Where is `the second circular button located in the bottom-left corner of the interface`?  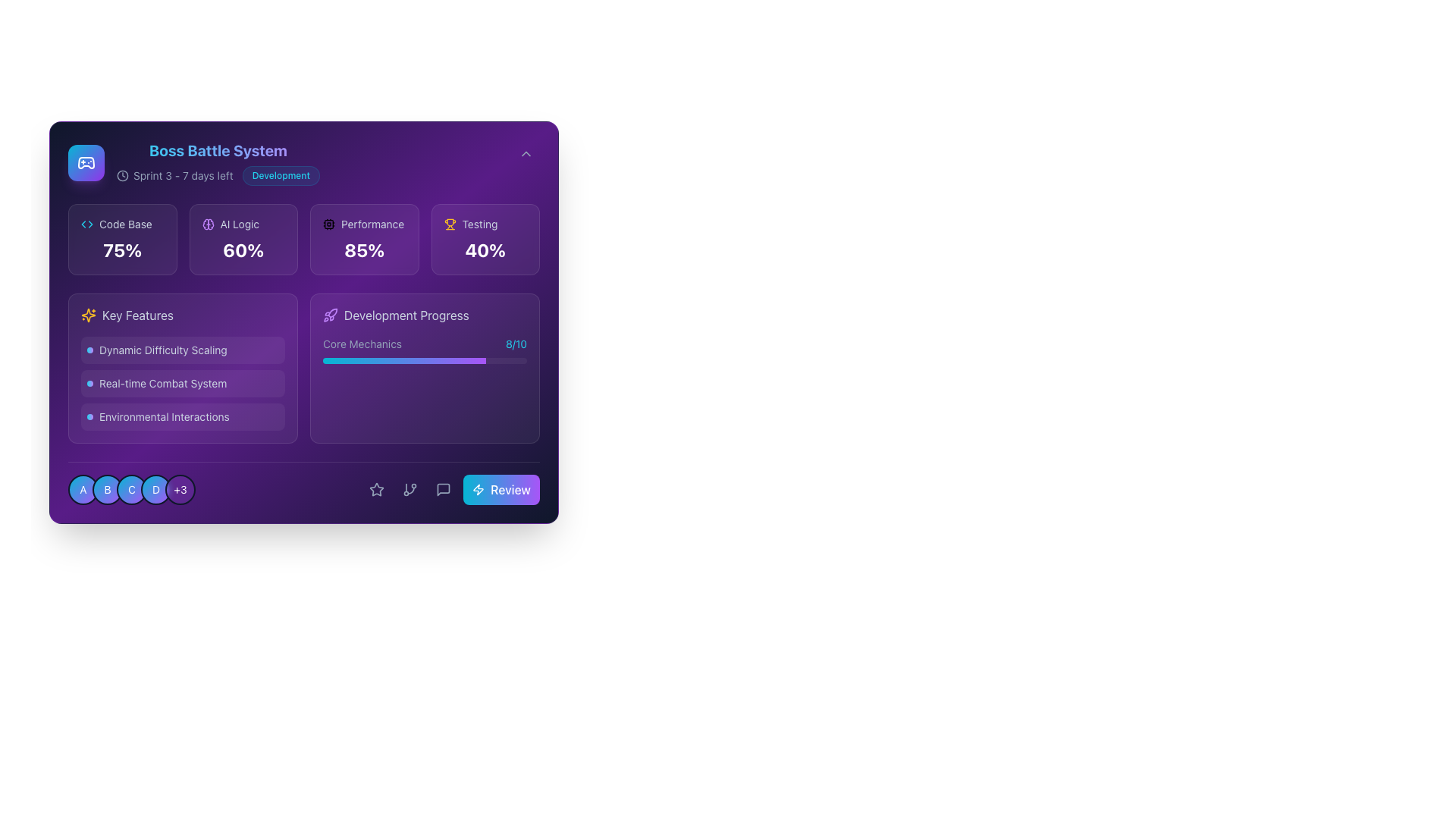
the second circular button located in the bottom-left corner of the interface is located at coordinates (107, 489).